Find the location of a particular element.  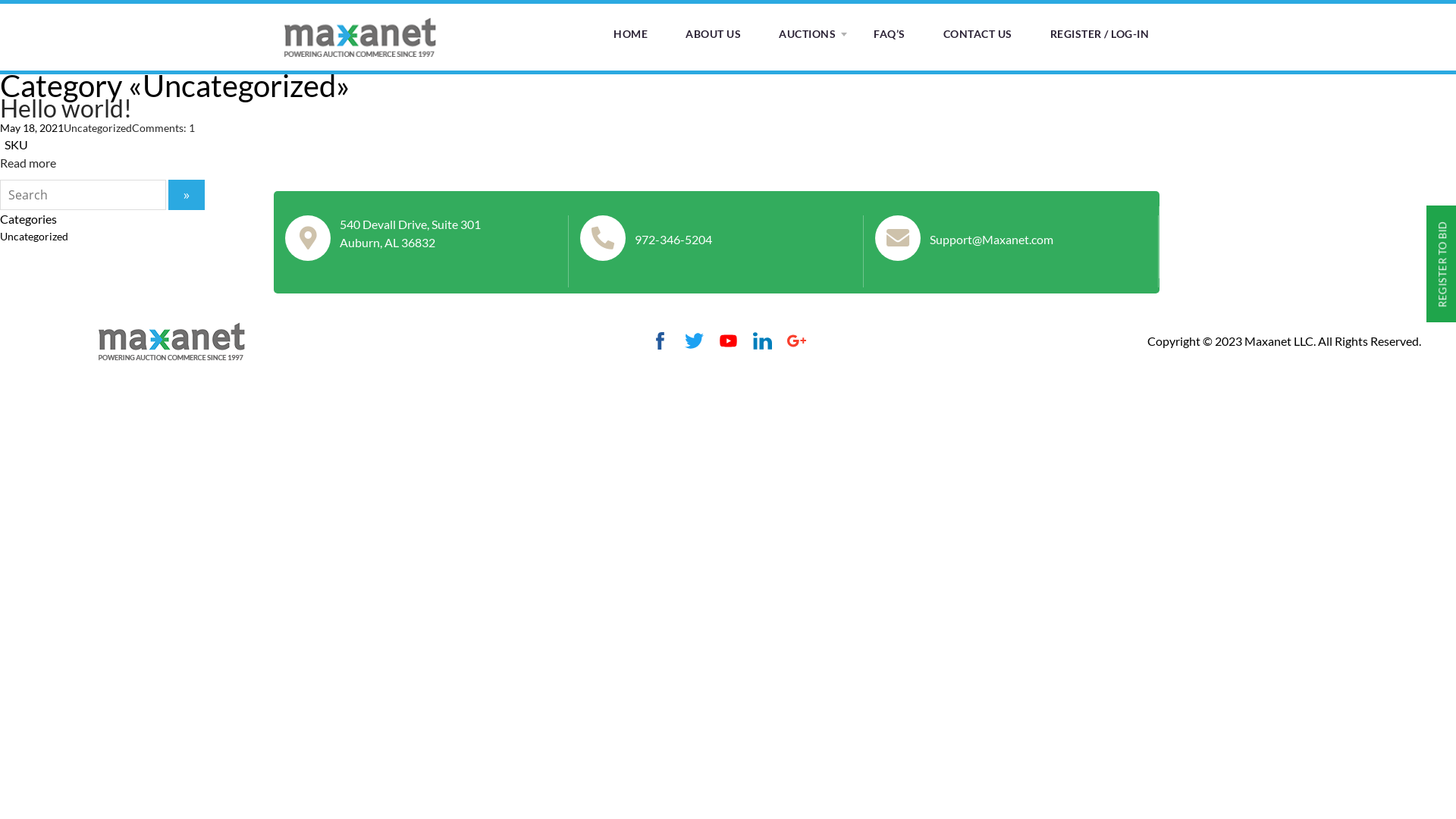

'Support@Maxanet.com' is located at coordinates (928, 239).